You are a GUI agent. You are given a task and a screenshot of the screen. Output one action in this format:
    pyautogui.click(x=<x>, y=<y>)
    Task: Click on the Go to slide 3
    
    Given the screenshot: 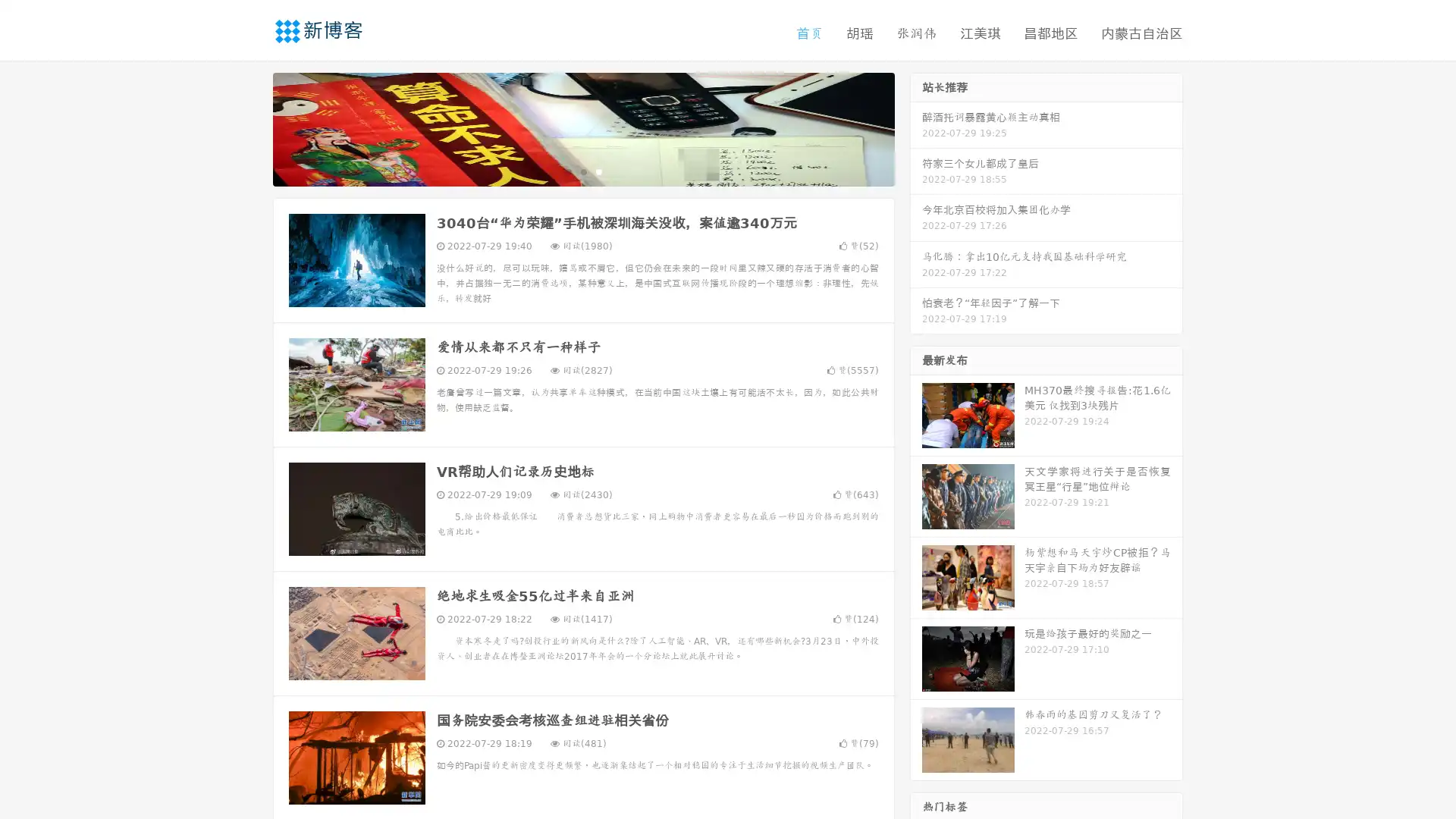 What is the action you would take?
    pyautogui.click(x=598, y=171)
    